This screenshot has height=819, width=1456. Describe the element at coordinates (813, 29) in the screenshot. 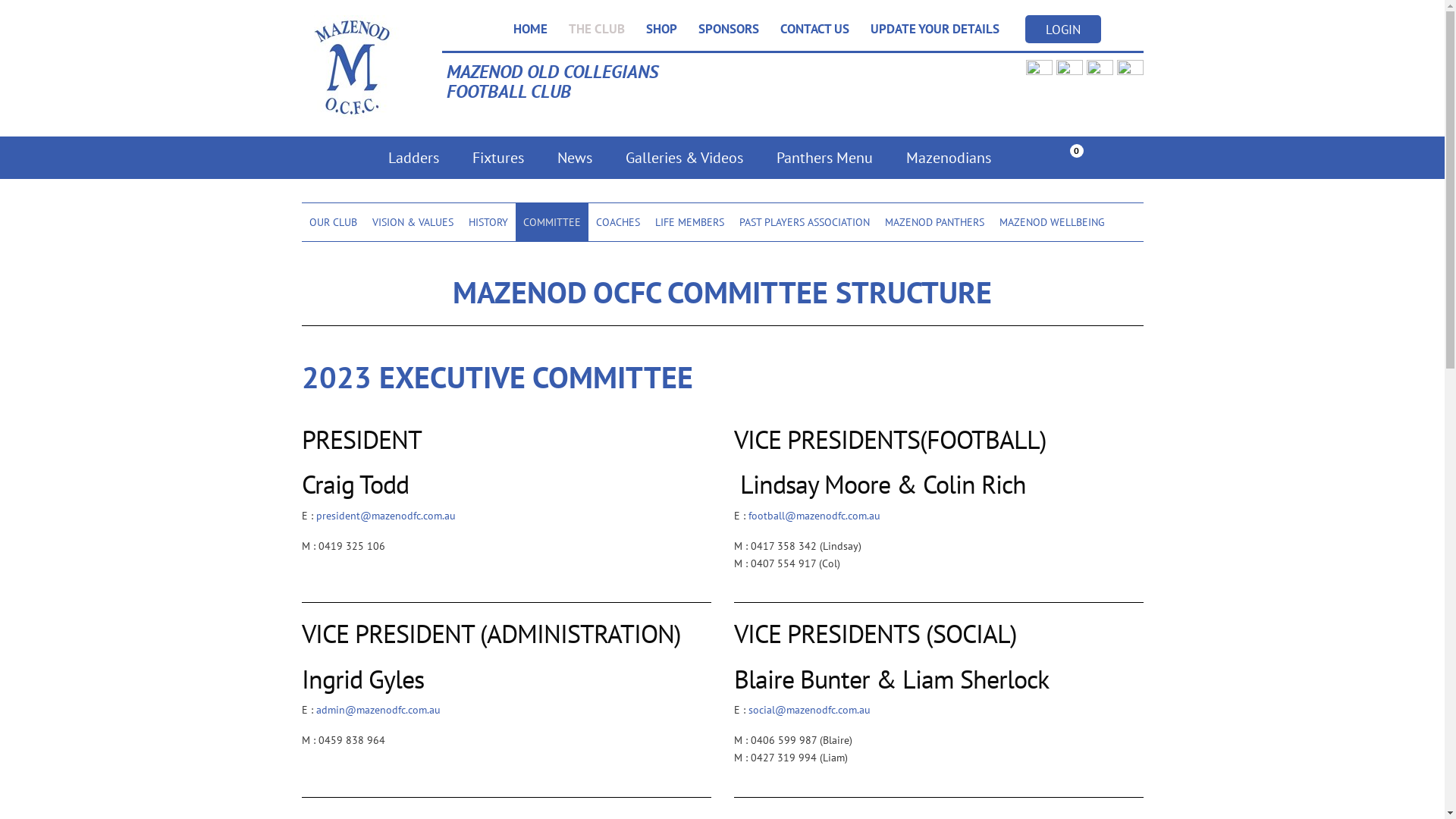

I see `'CONTACT US'` at that location.